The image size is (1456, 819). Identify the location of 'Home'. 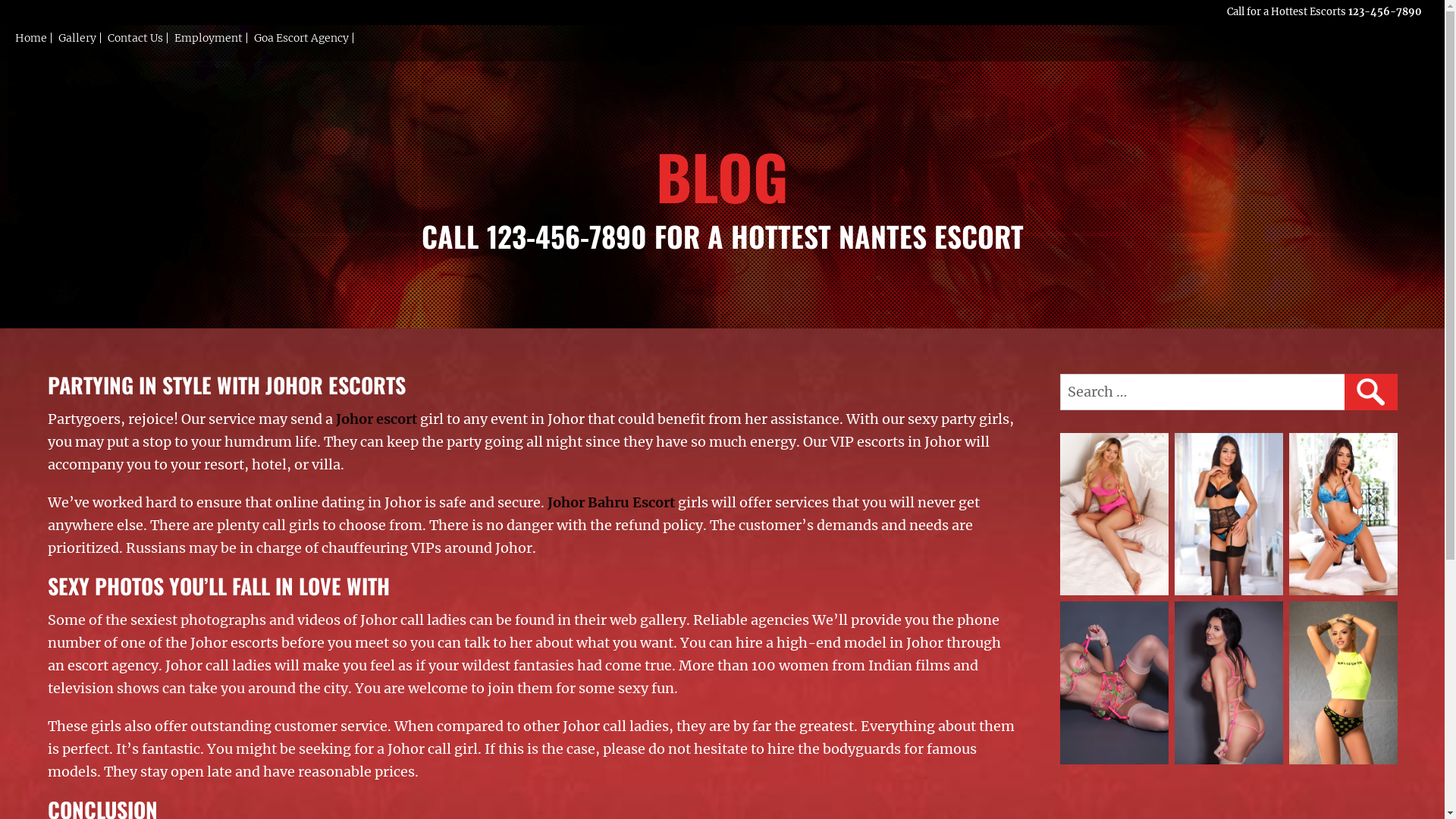
(31, 37).